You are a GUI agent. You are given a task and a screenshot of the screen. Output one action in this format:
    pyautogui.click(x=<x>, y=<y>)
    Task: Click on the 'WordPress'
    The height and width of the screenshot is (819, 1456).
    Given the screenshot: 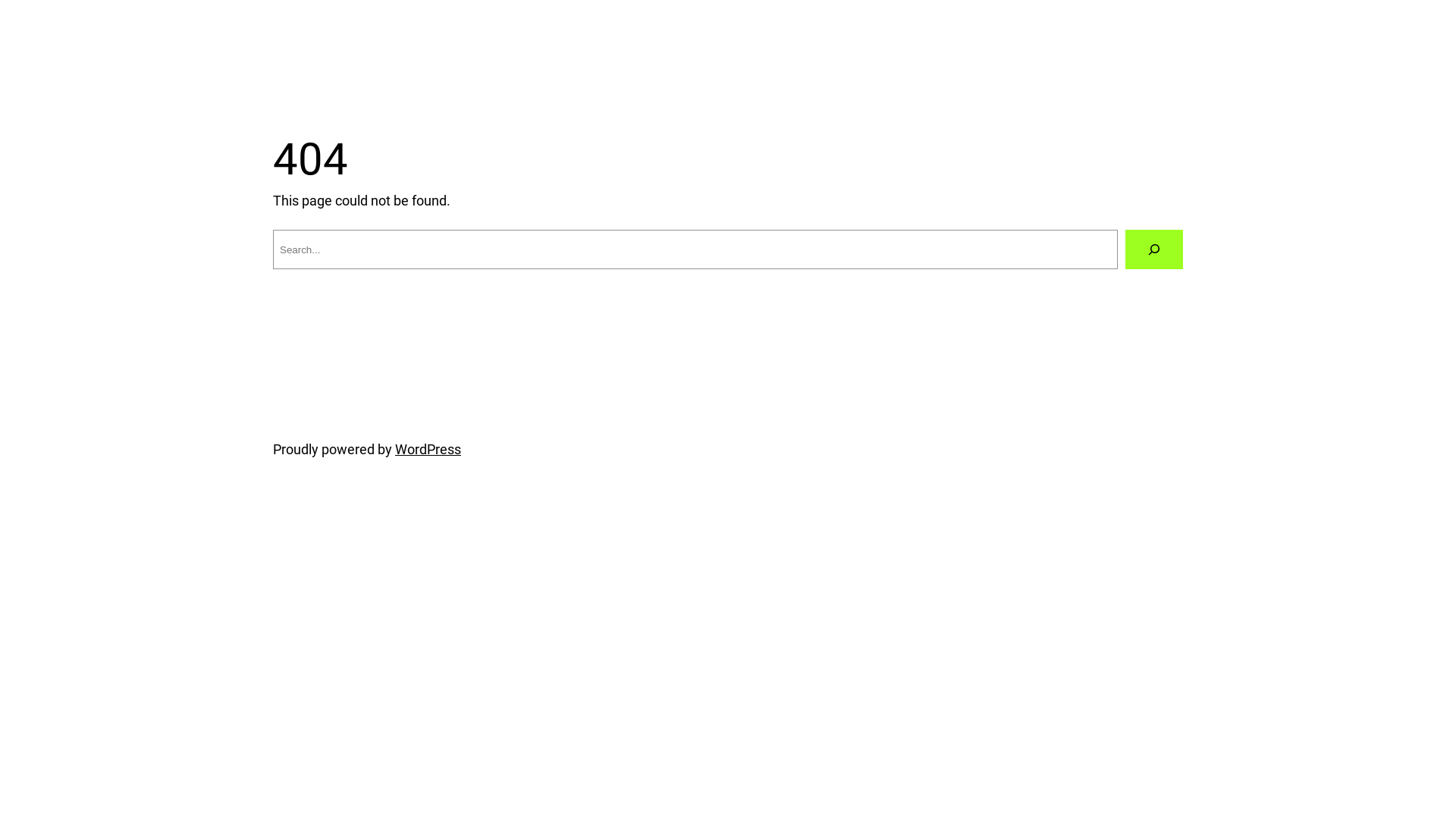 What is the action you would take?
    pyautogui.click(x=427, y=448)
    